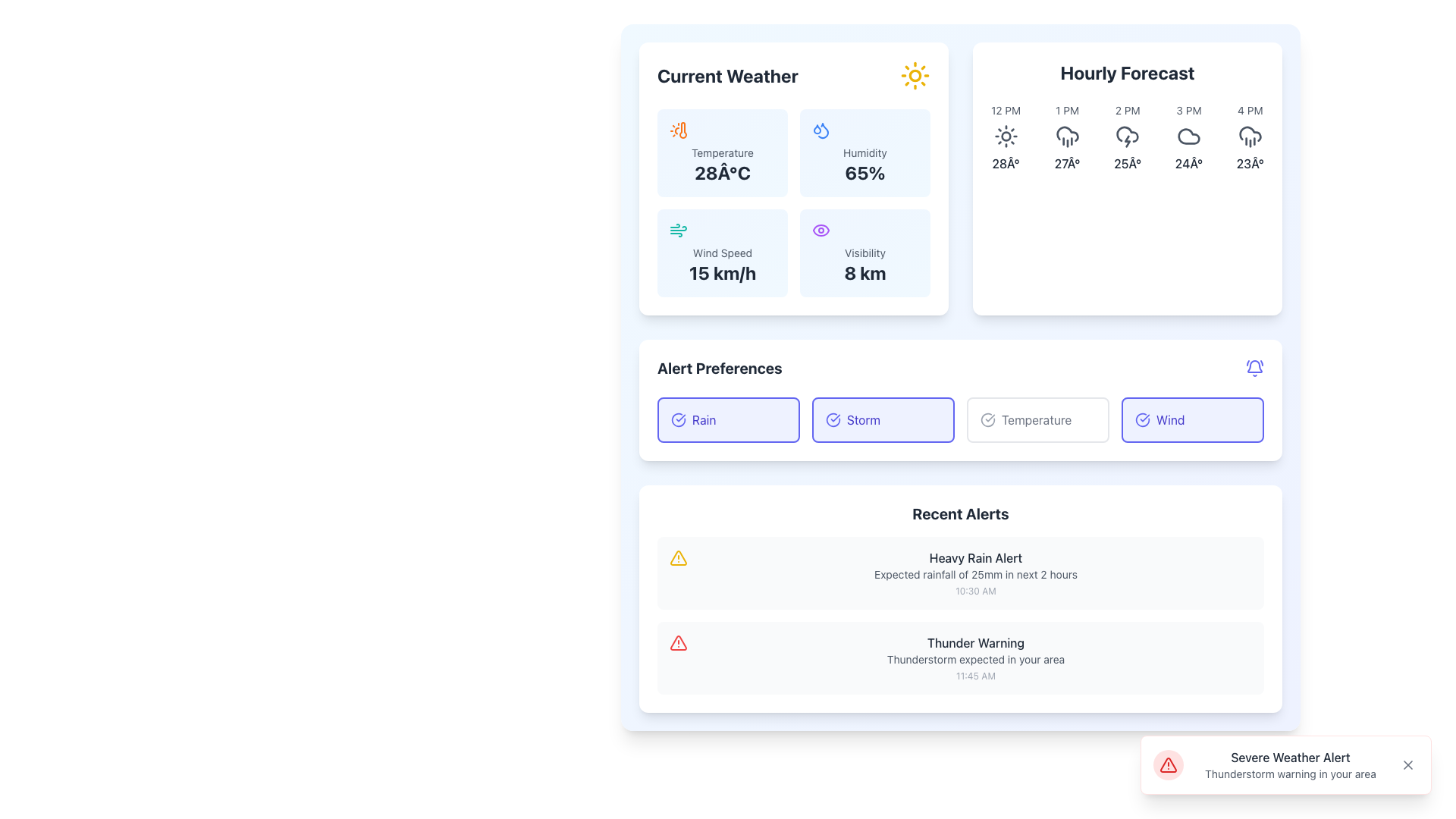  Describe the element at coordinates (677, 420) in the screenshot. I see `the circular indigo checkmark icon located in the 'Alert Preferences' section, positioned to the left of the 'Rain' text` at that location.